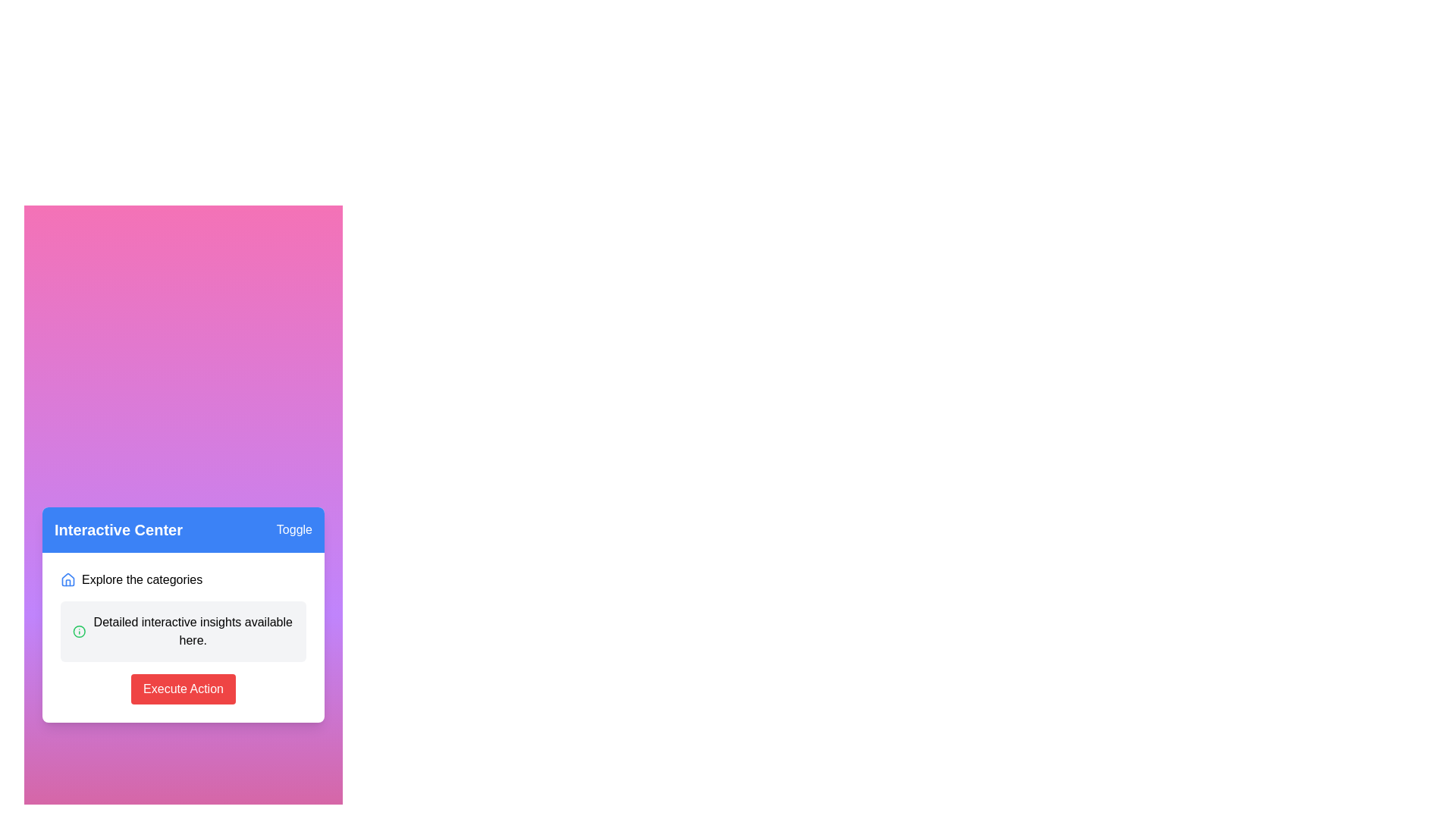  Describe the element at coordinates (78, 632) in the screenshot. I see `the green-bordered circular SVG shape that represents the 'info' icon located to the left of the text 'Detailed interactive insights available here' in the 'Interactive Center' module` at that location.